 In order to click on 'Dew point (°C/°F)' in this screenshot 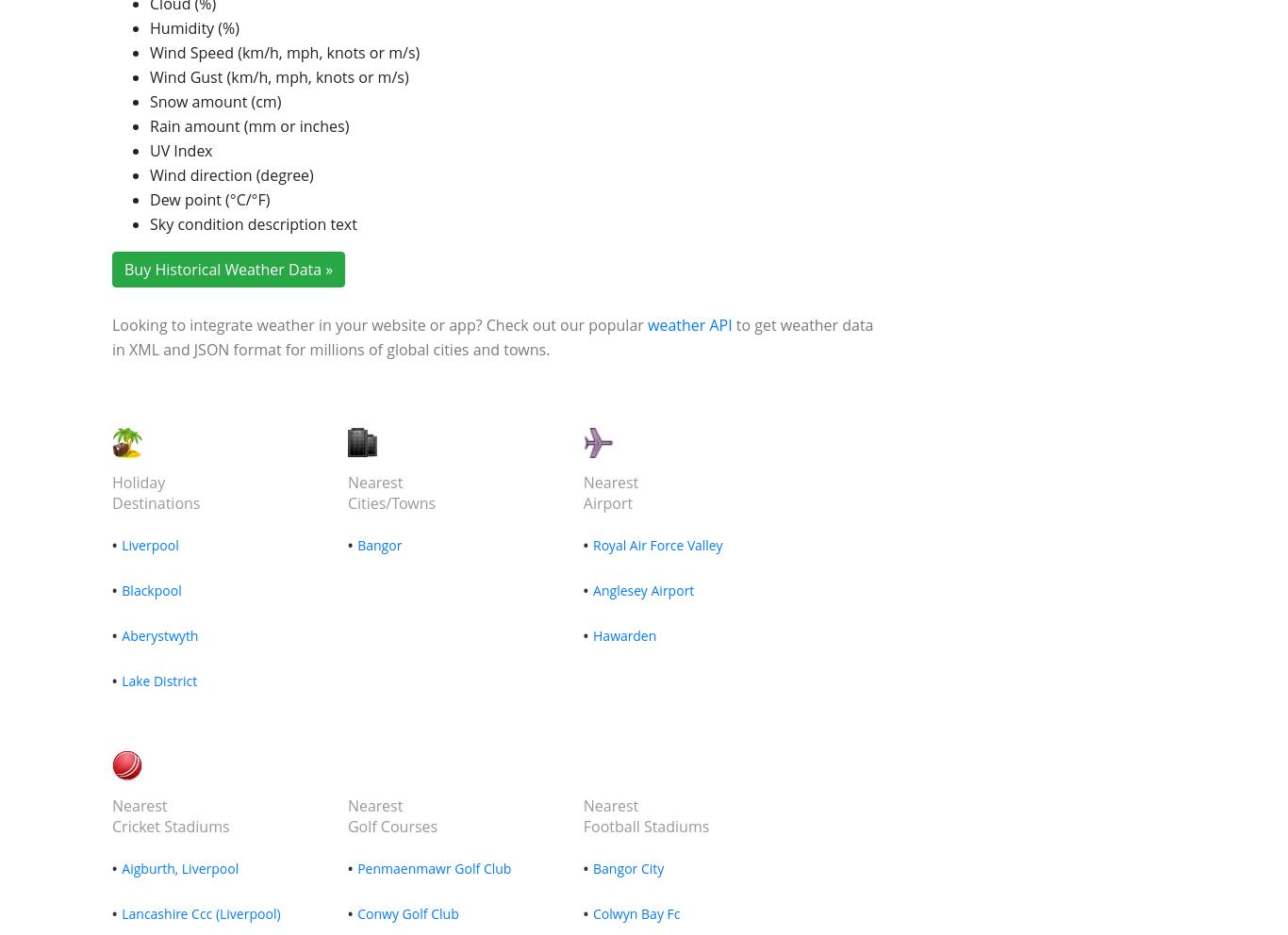, I will do `click(149, 199)`.